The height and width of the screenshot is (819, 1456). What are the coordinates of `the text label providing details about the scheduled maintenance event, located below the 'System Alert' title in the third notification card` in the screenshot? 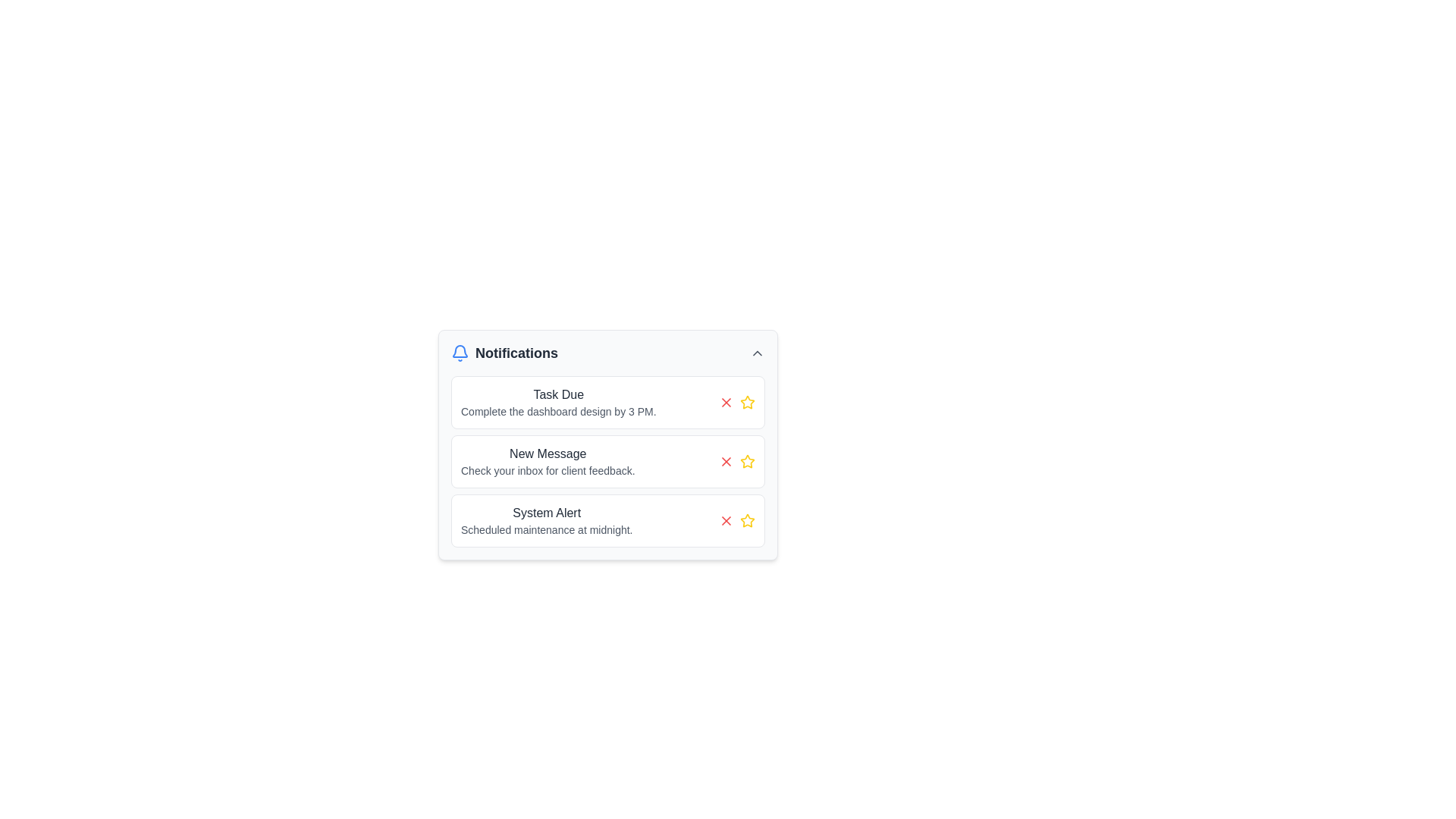 It's located at (546, 529).